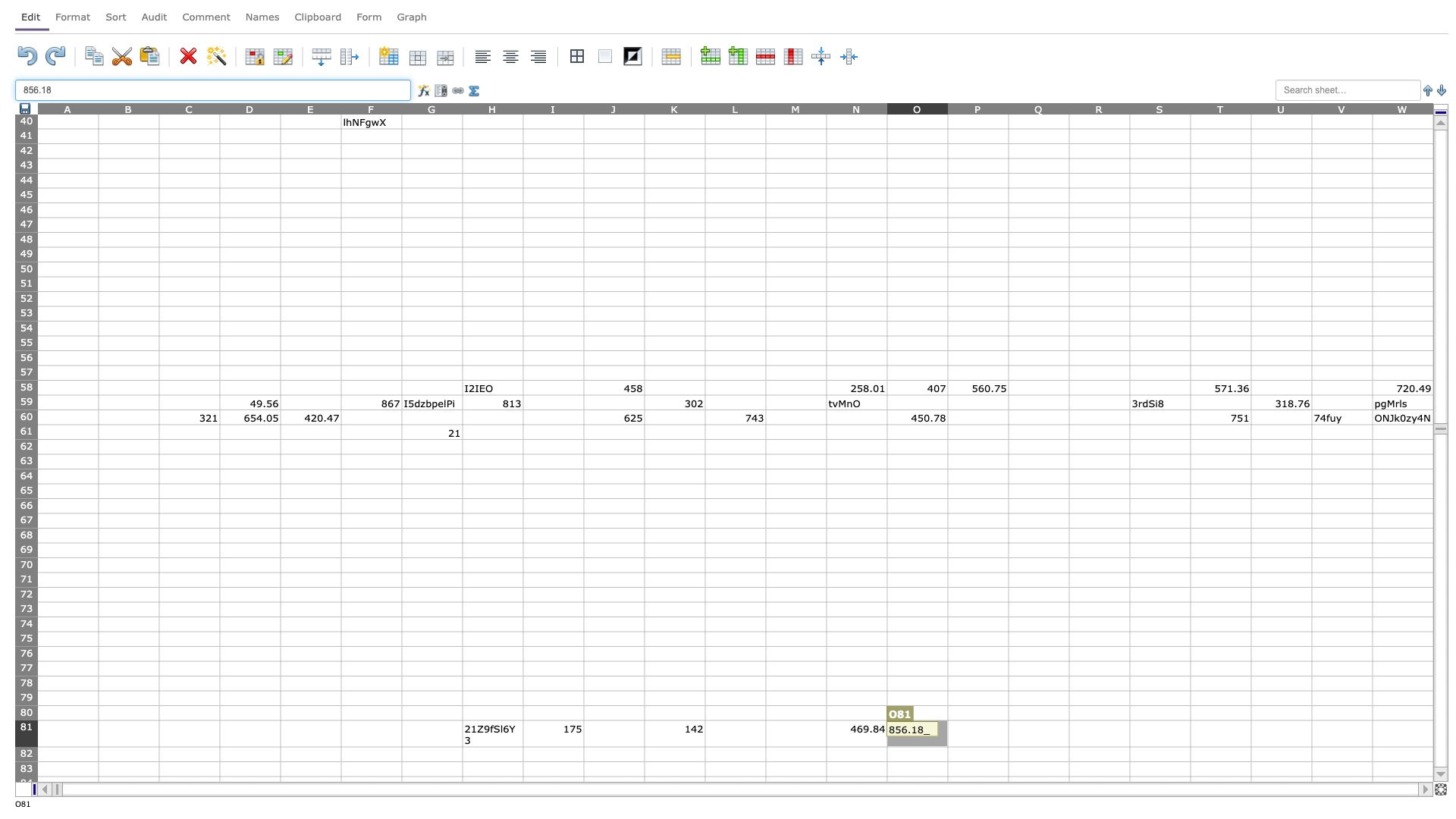 The height and width of the screenshot is (819, 1456). I want to click on right border at column S row 81, so click(1189, 733).